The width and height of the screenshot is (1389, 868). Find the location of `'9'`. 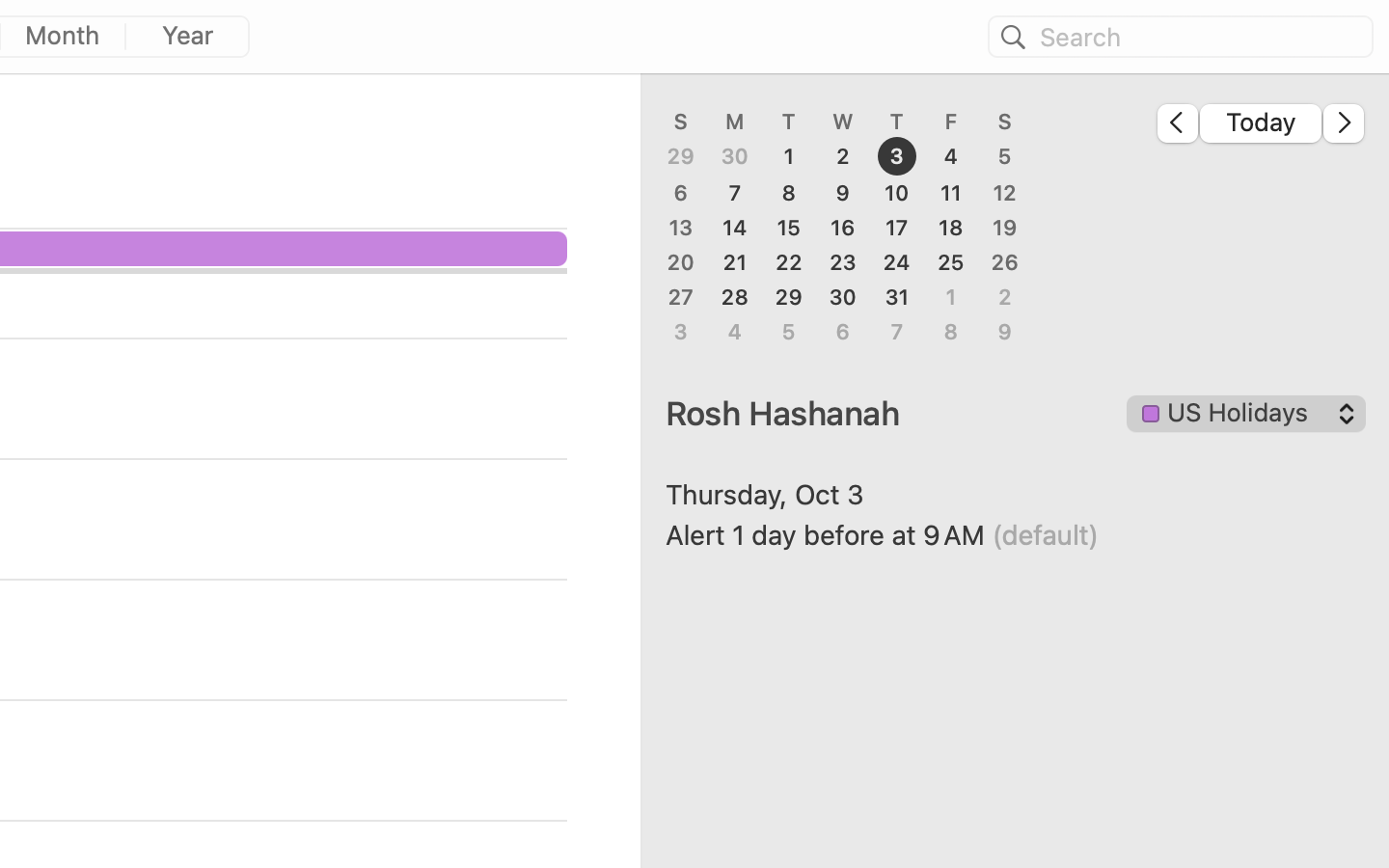

'9' is located at coordinates (841, 192).